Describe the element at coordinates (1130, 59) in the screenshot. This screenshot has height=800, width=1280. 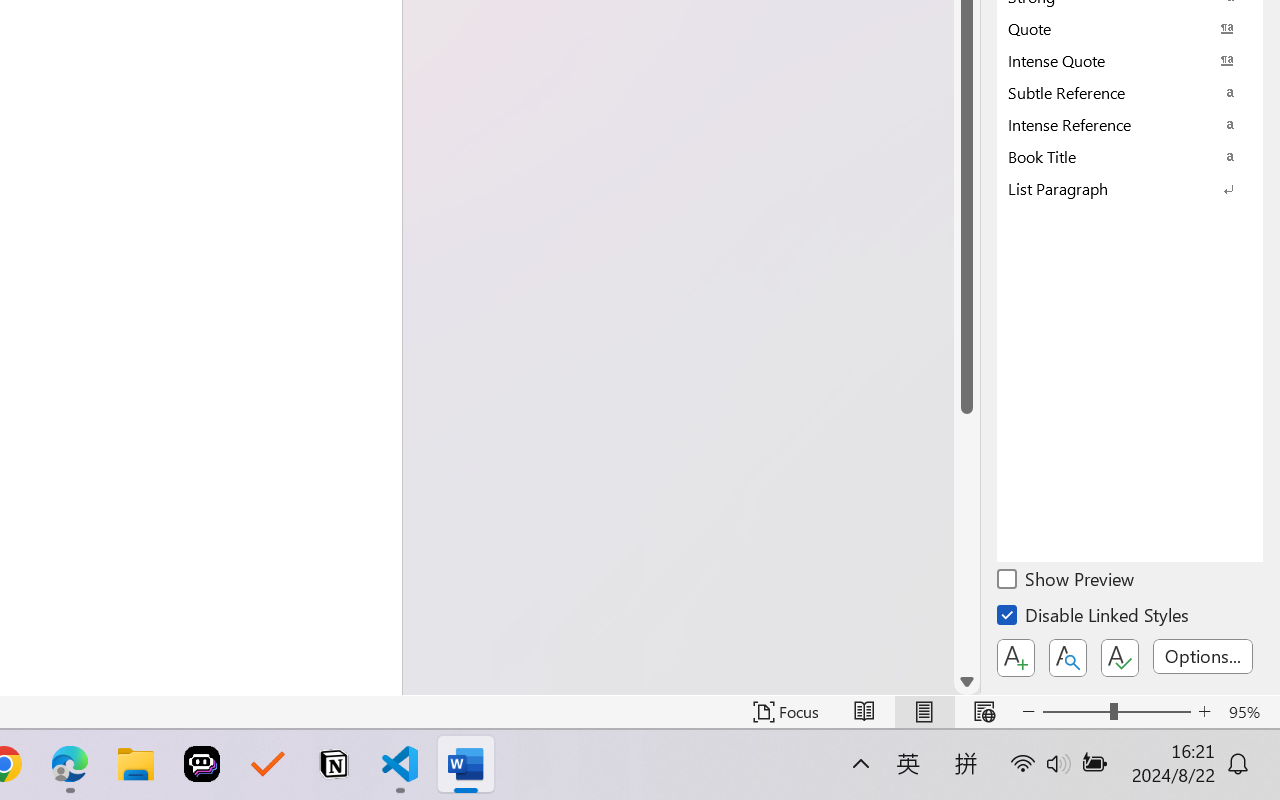
I see `'Intense Quote'` at that location.